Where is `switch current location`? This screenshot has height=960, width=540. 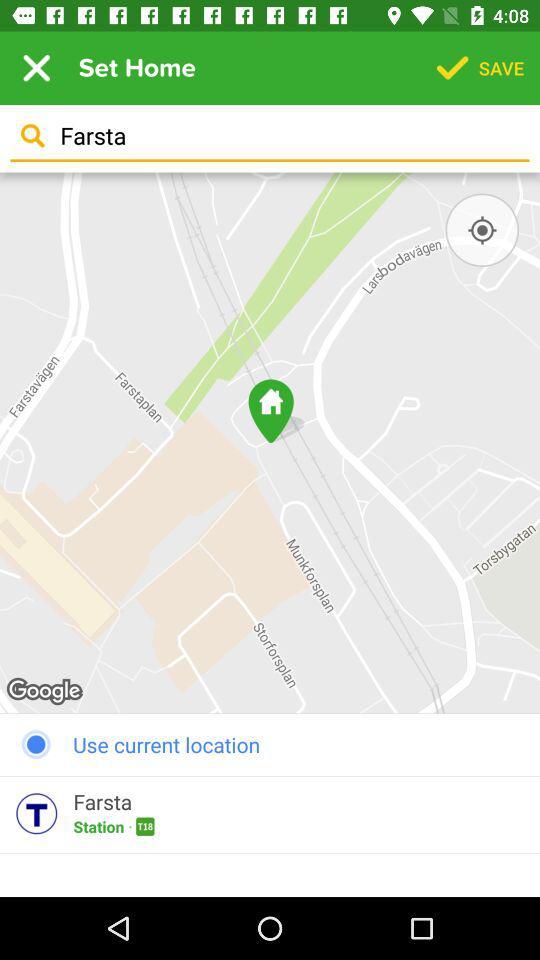
switch current location is located at coordinates (481, 230).